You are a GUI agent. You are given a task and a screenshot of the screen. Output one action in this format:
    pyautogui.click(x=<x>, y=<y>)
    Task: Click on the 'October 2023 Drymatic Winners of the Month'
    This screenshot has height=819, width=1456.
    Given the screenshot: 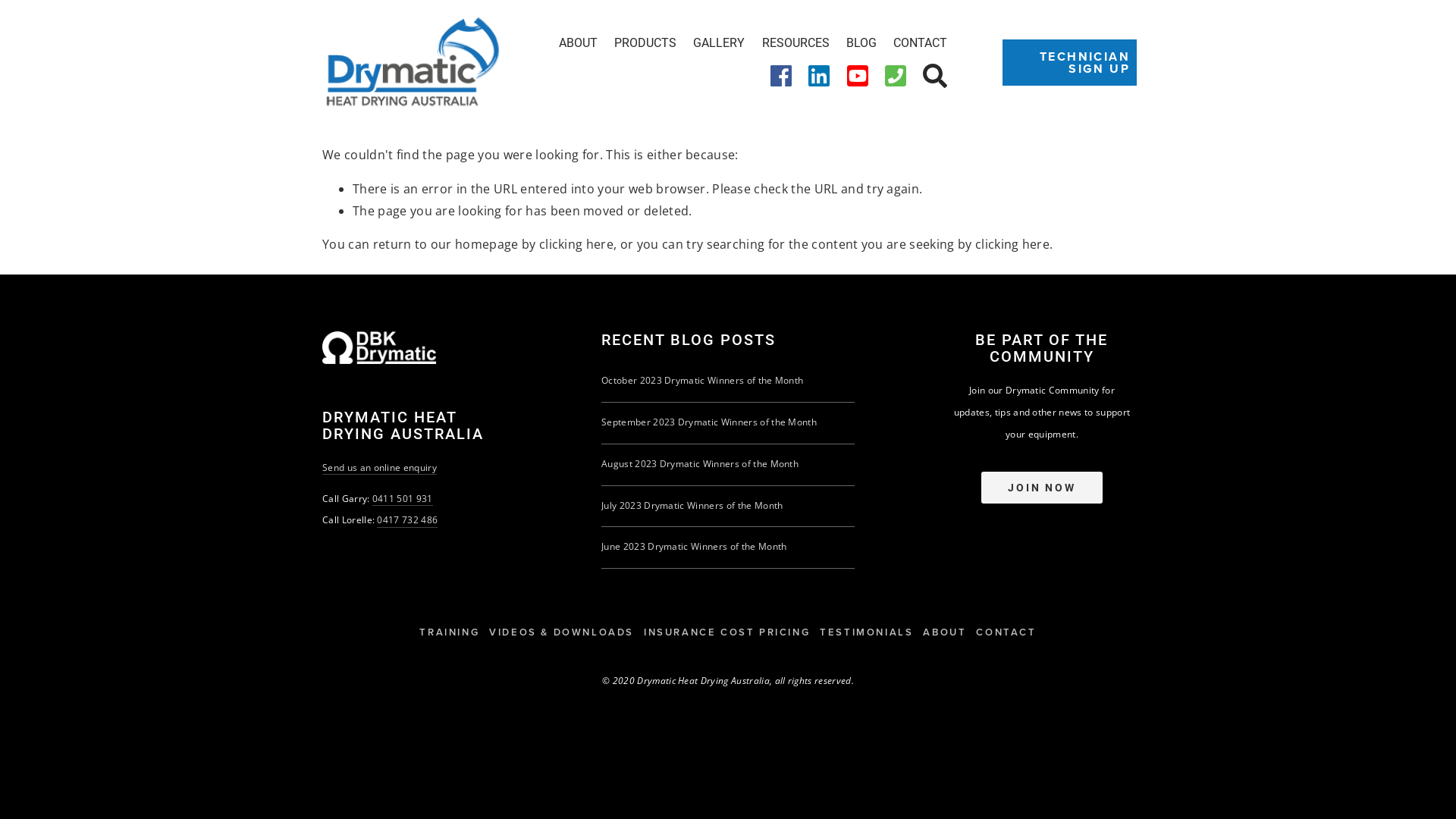 What is the action you would take?
    pyautogui.click(x=701, y=379)
    